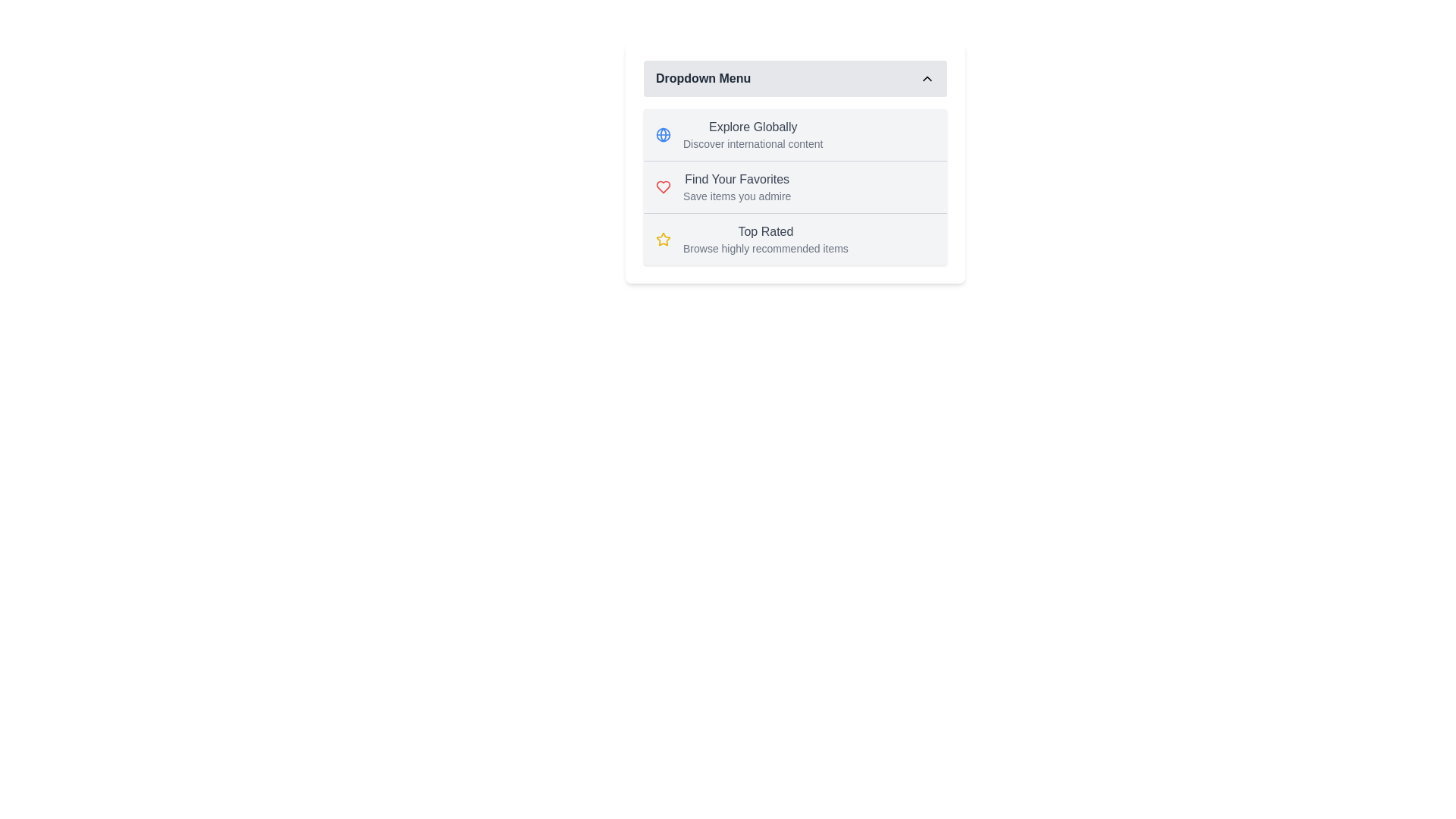  What do you see at coordinates (795, 163) in the screenshot?
I see `the item within the List card labeled 'Dropdown Menu'` at bounding box center [795, 163].